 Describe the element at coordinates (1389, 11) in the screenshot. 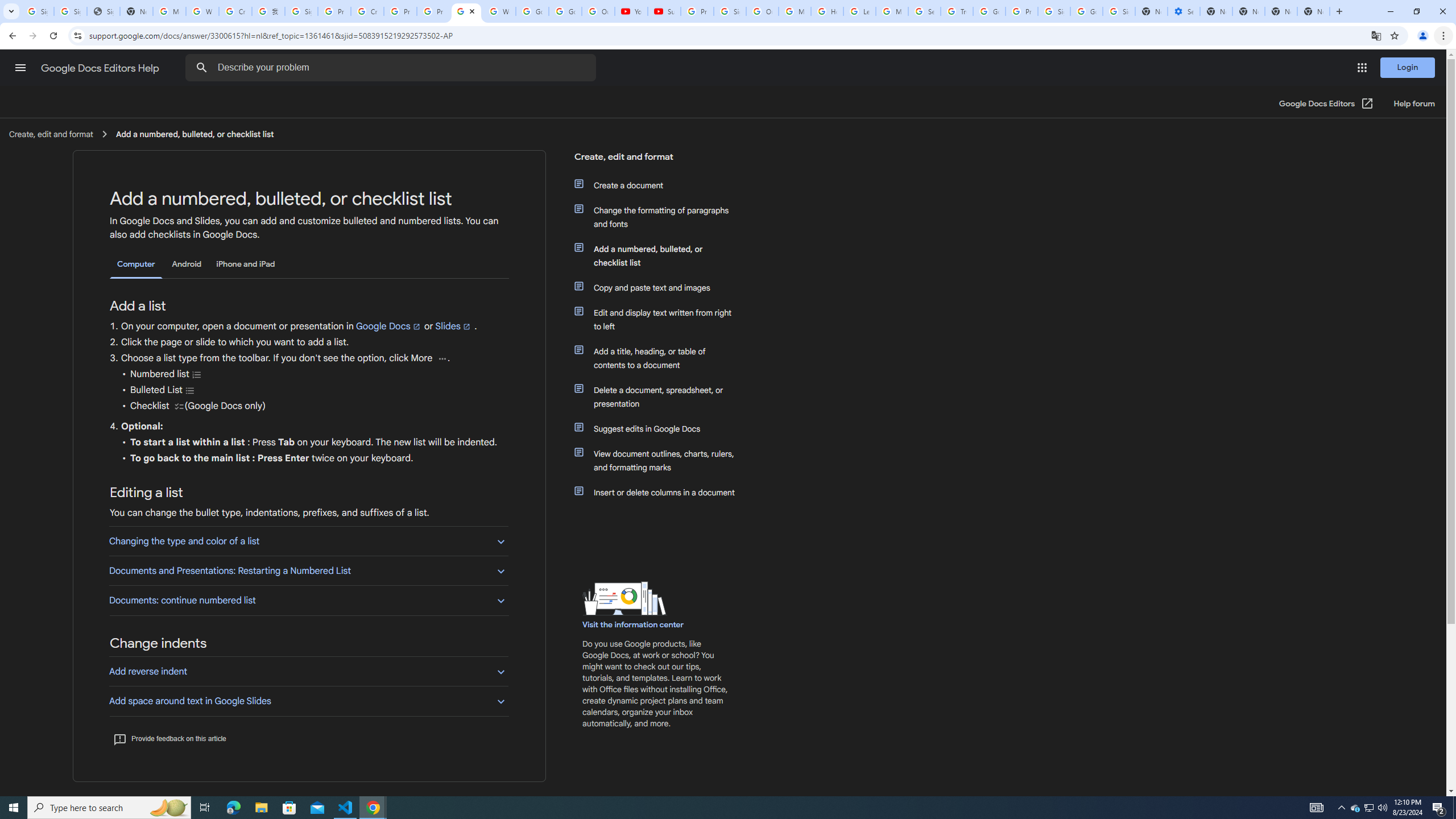

I see `'Minimize'` at that location.